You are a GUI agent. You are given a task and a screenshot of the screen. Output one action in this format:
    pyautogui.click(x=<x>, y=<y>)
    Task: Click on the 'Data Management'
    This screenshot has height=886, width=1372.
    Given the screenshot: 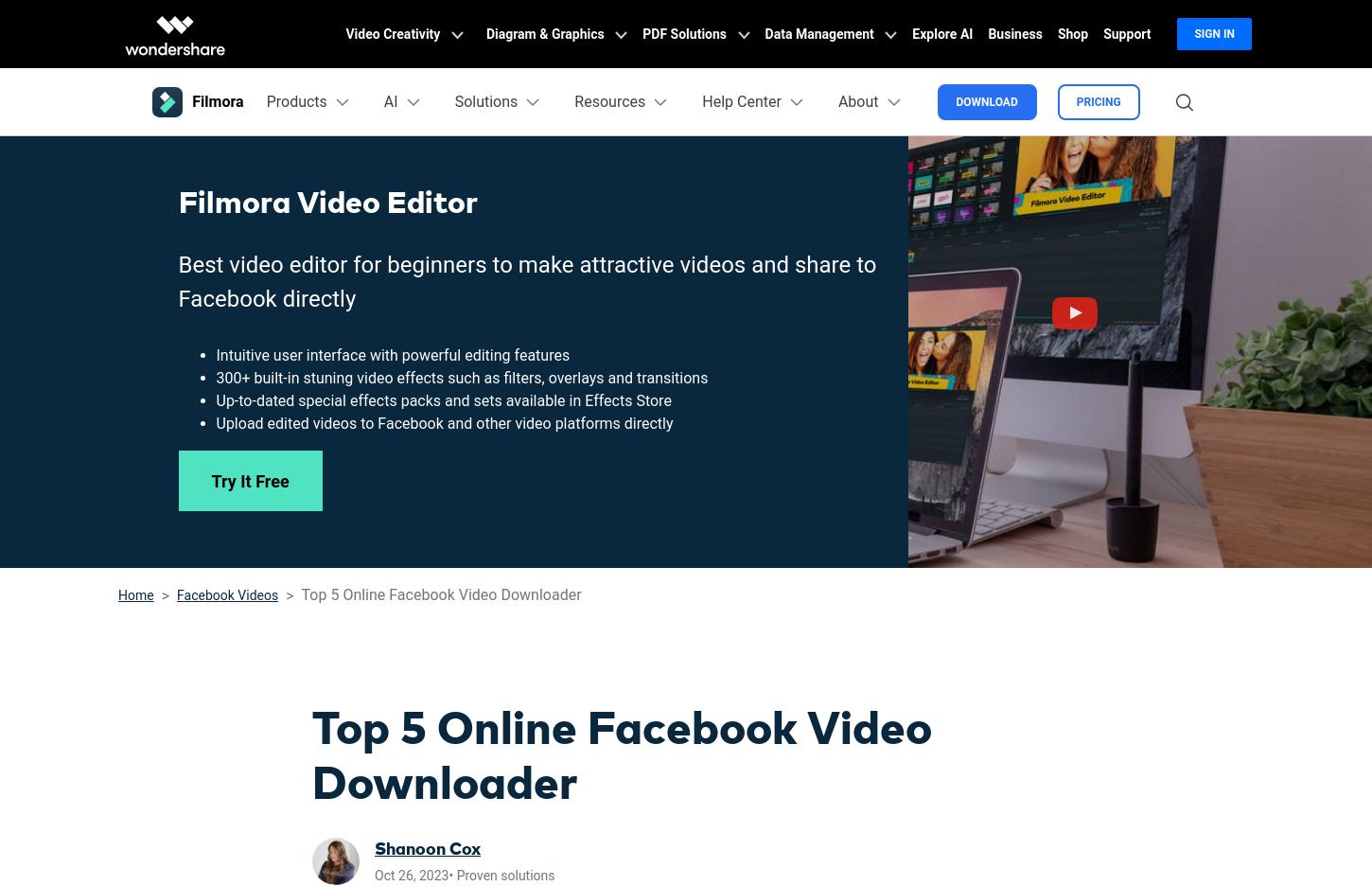 What is the action you would take?
    pyautogui.click(x=819, y=33)
    